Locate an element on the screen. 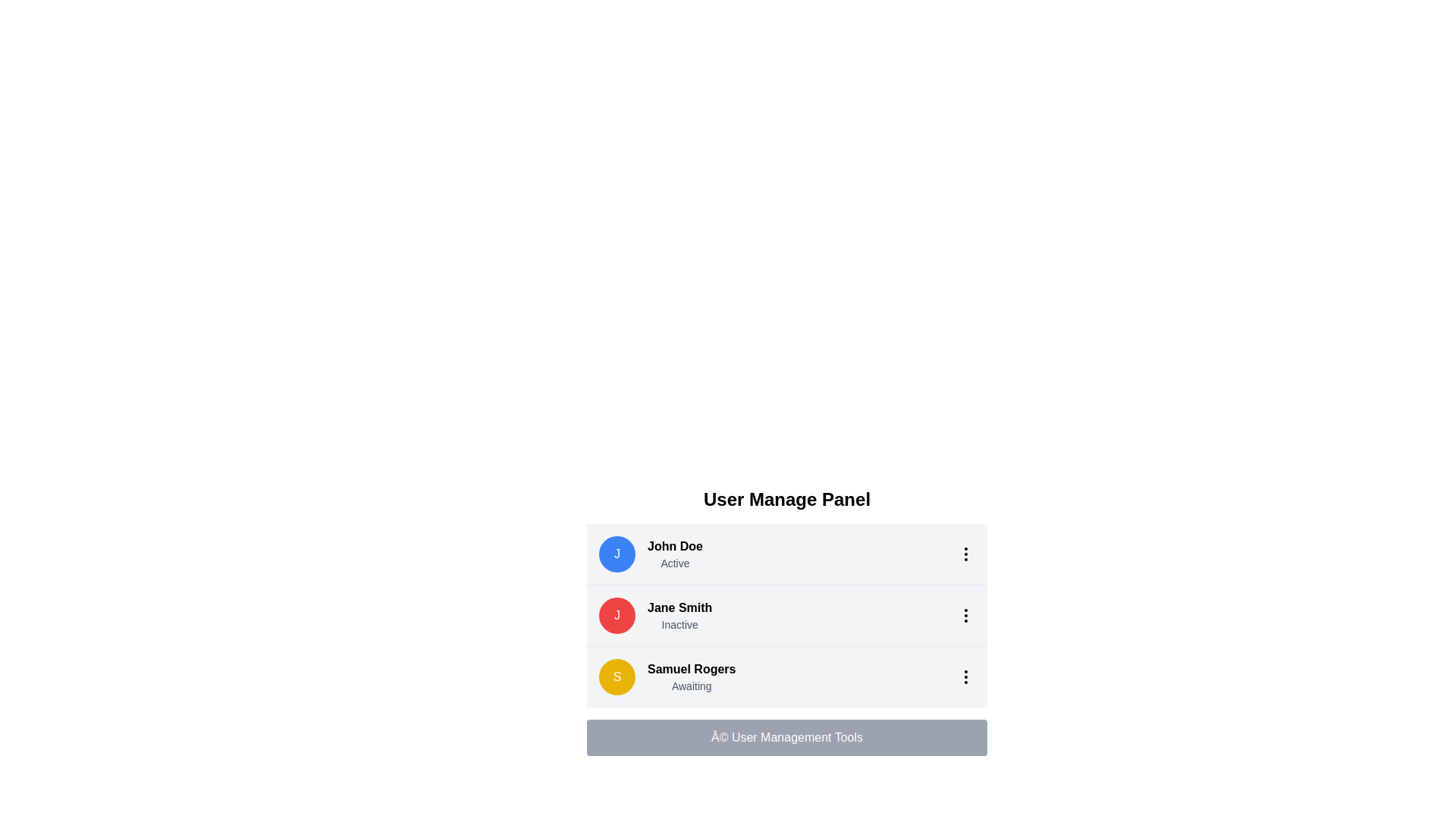 The height and width of the screenshot is (819, 1456). the static text label indicating the status of user 'Jane Smith', which displays 'Inactive' is located at coordinates (679, 625).